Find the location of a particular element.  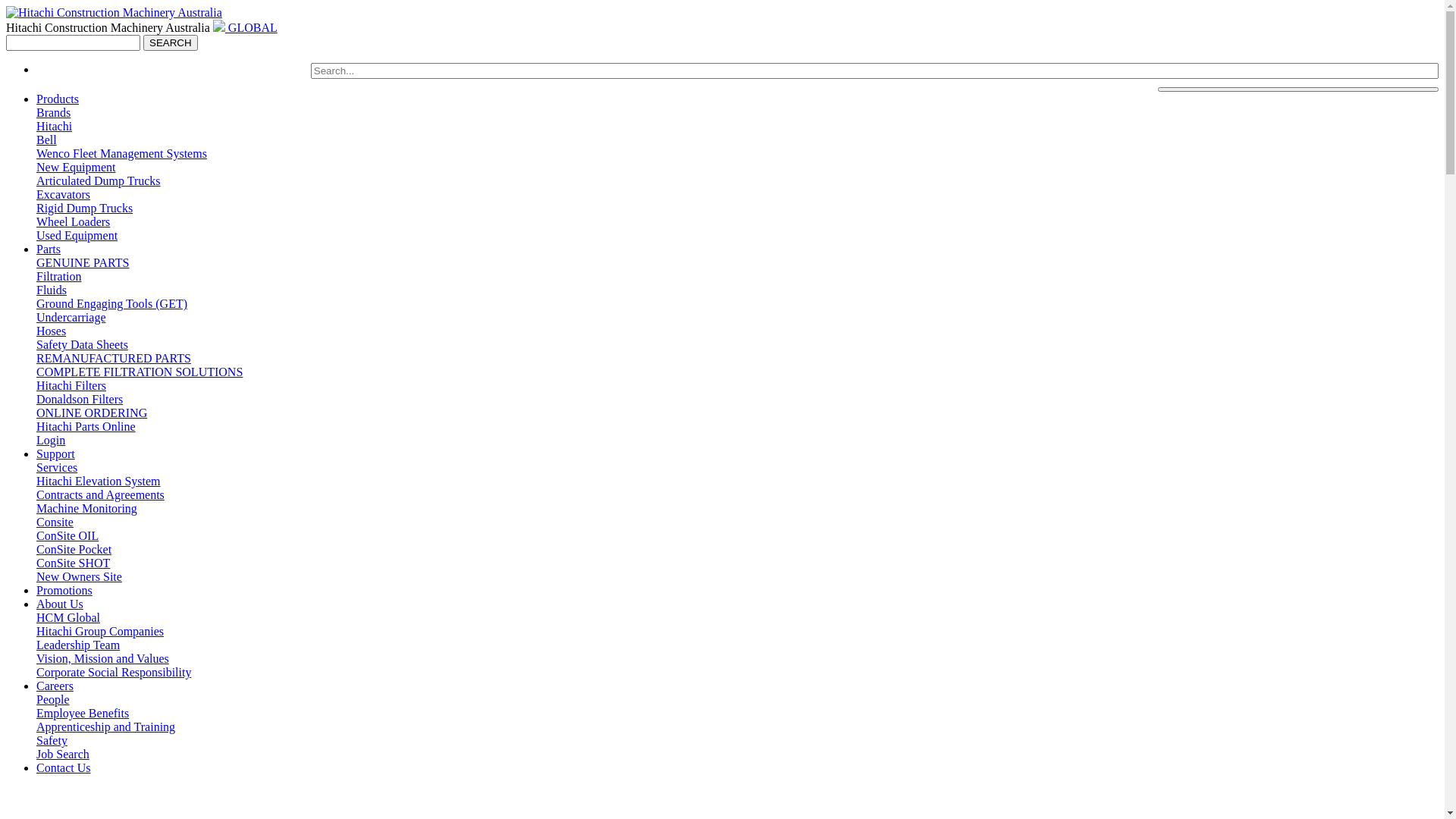

'Contact Us' is located at coordinates (62, 767).